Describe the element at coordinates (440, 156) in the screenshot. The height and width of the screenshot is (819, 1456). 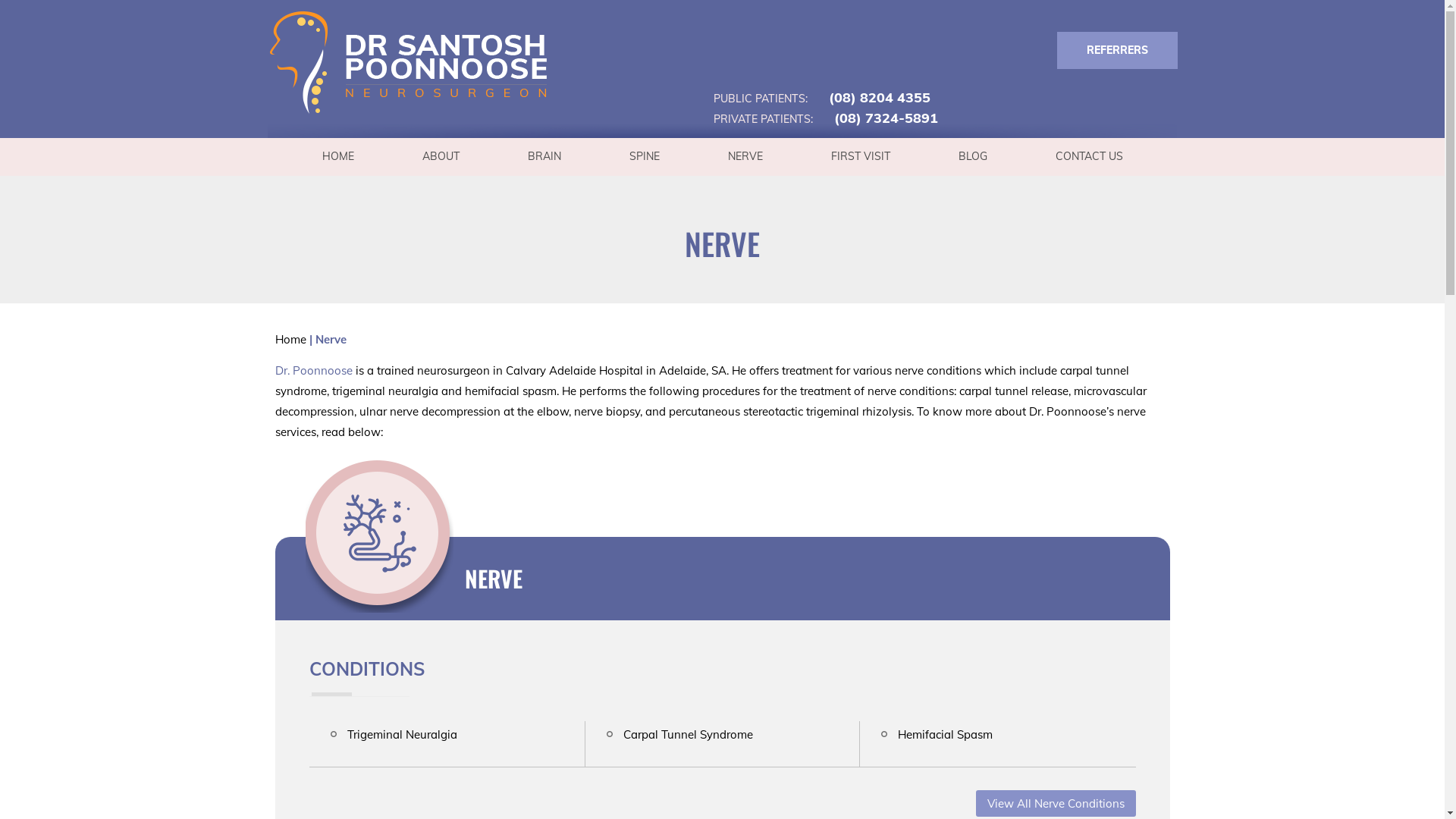
I see `'ABOUT'` at that location.